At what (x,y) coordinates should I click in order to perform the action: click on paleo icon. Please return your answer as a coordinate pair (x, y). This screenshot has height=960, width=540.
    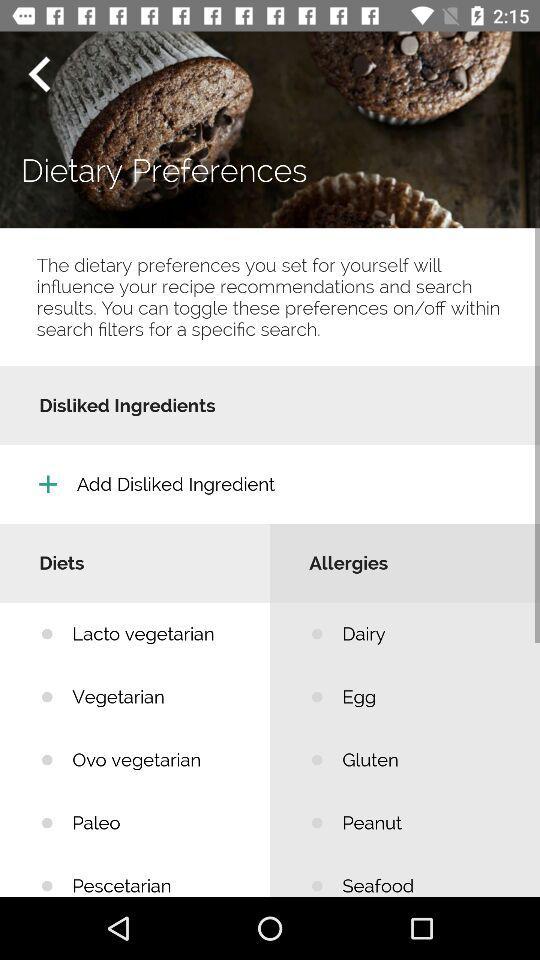
    Looking at the image, I should click on (155, 823).